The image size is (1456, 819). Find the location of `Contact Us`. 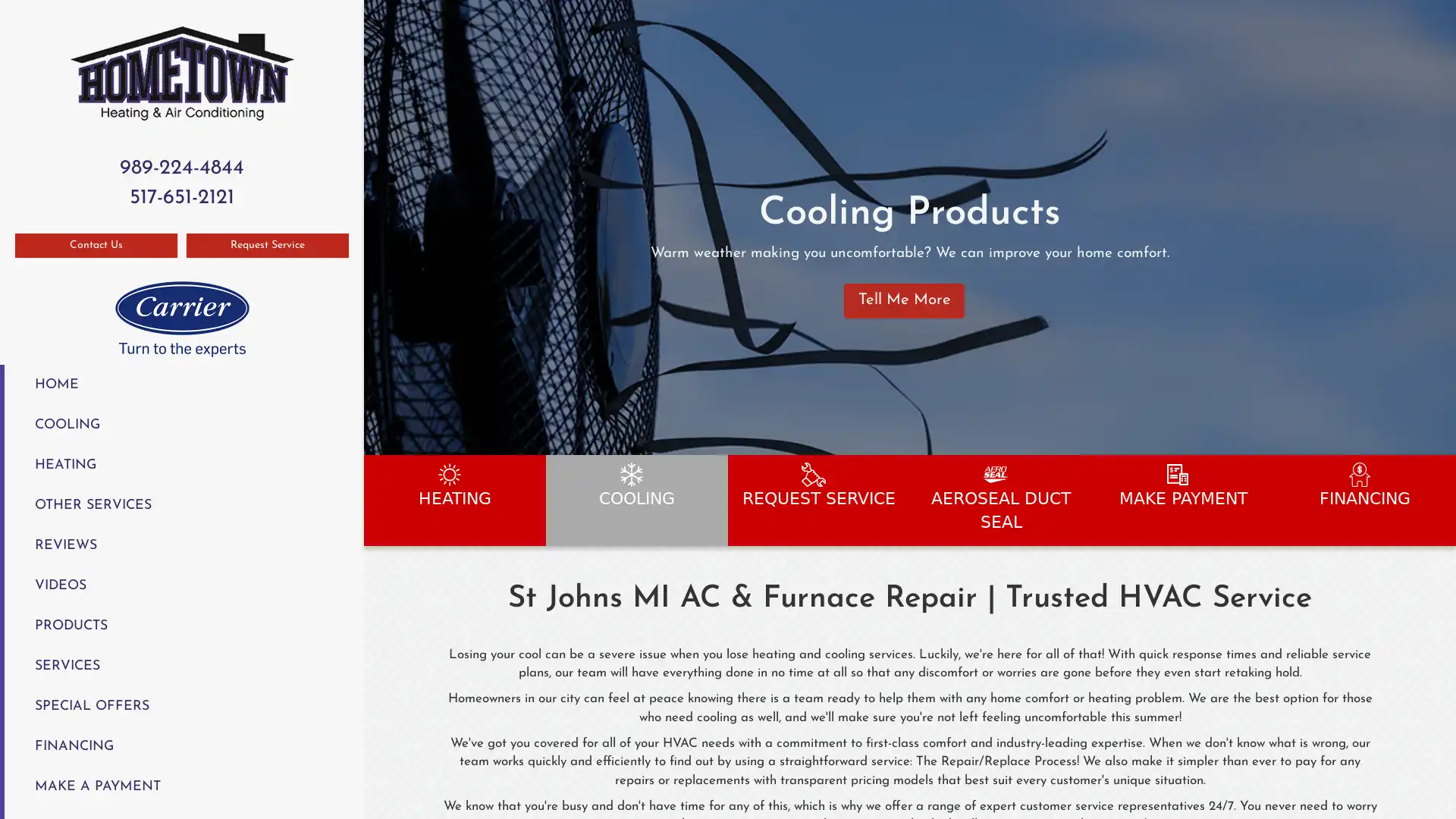

Contact Us is located at coordinates (95, 244).